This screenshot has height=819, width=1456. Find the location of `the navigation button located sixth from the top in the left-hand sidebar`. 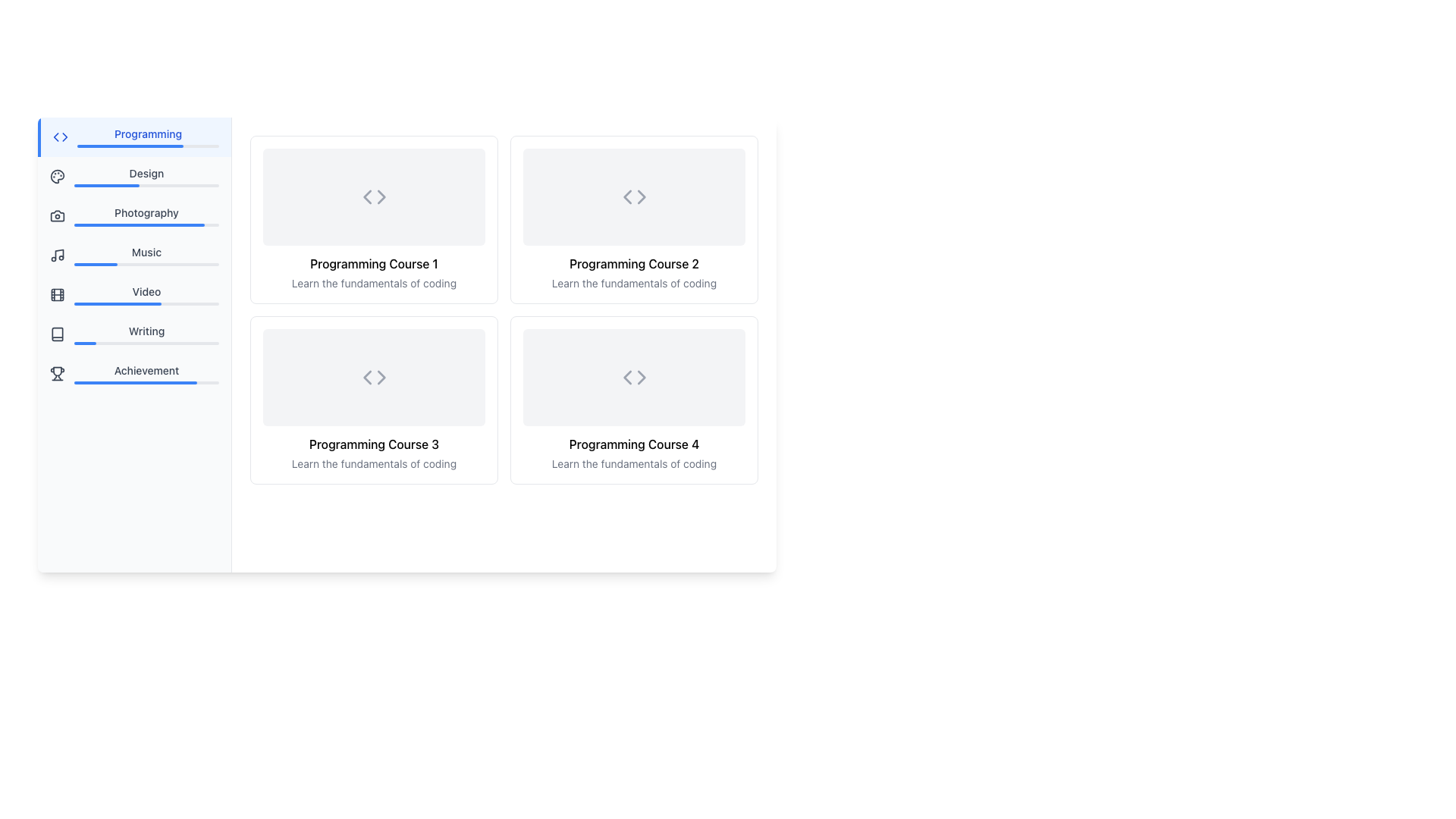

the navigation button located sixth from the top in the left-hand sidebar is located at coordinates (134, 333).